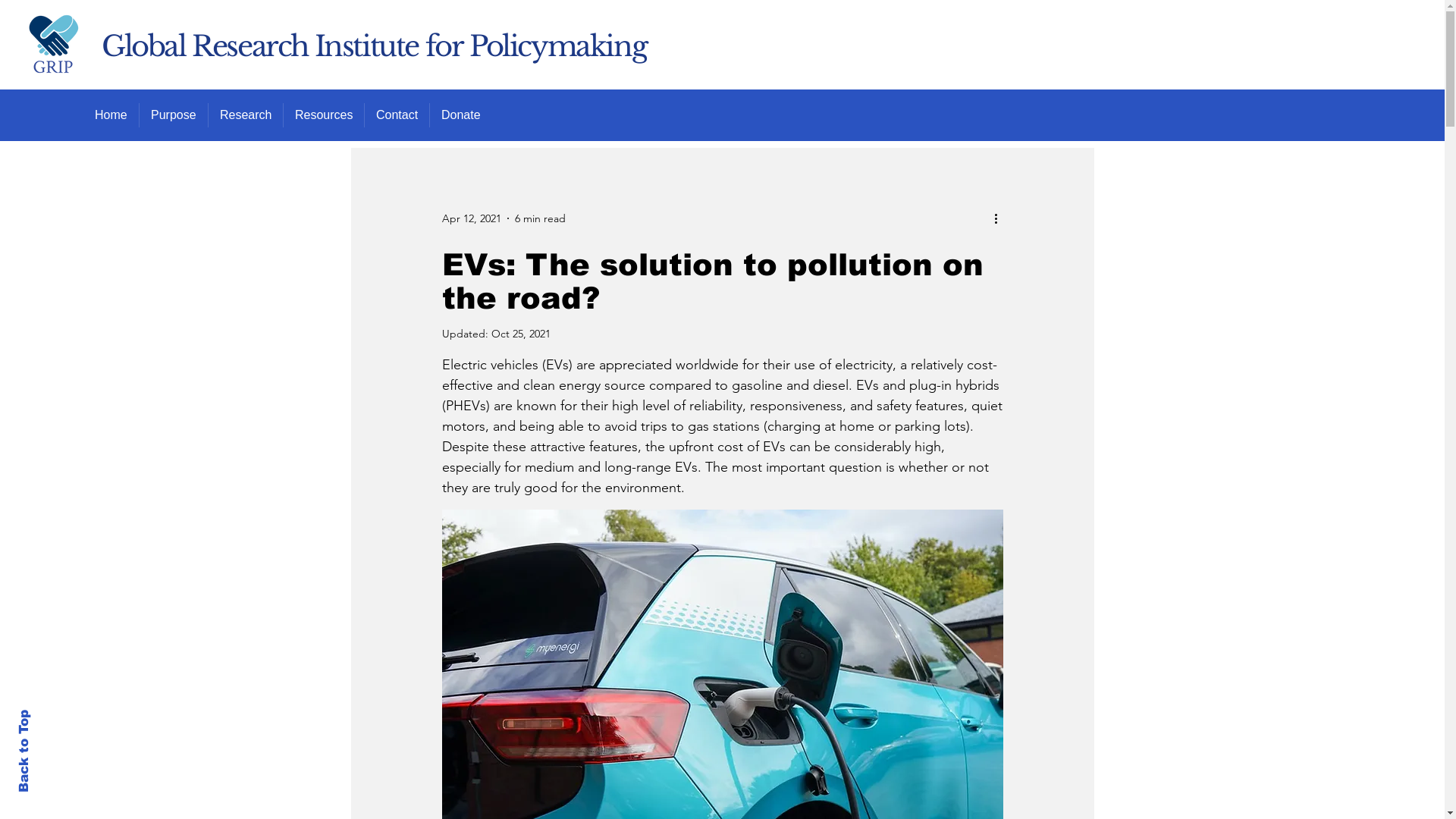 Image resolution: width=1456 pixels, height=819 pixels. What do you see at coordinates (397, 114) in the screenshot?
I see `'Contact'` at bounding box center [397, 114].